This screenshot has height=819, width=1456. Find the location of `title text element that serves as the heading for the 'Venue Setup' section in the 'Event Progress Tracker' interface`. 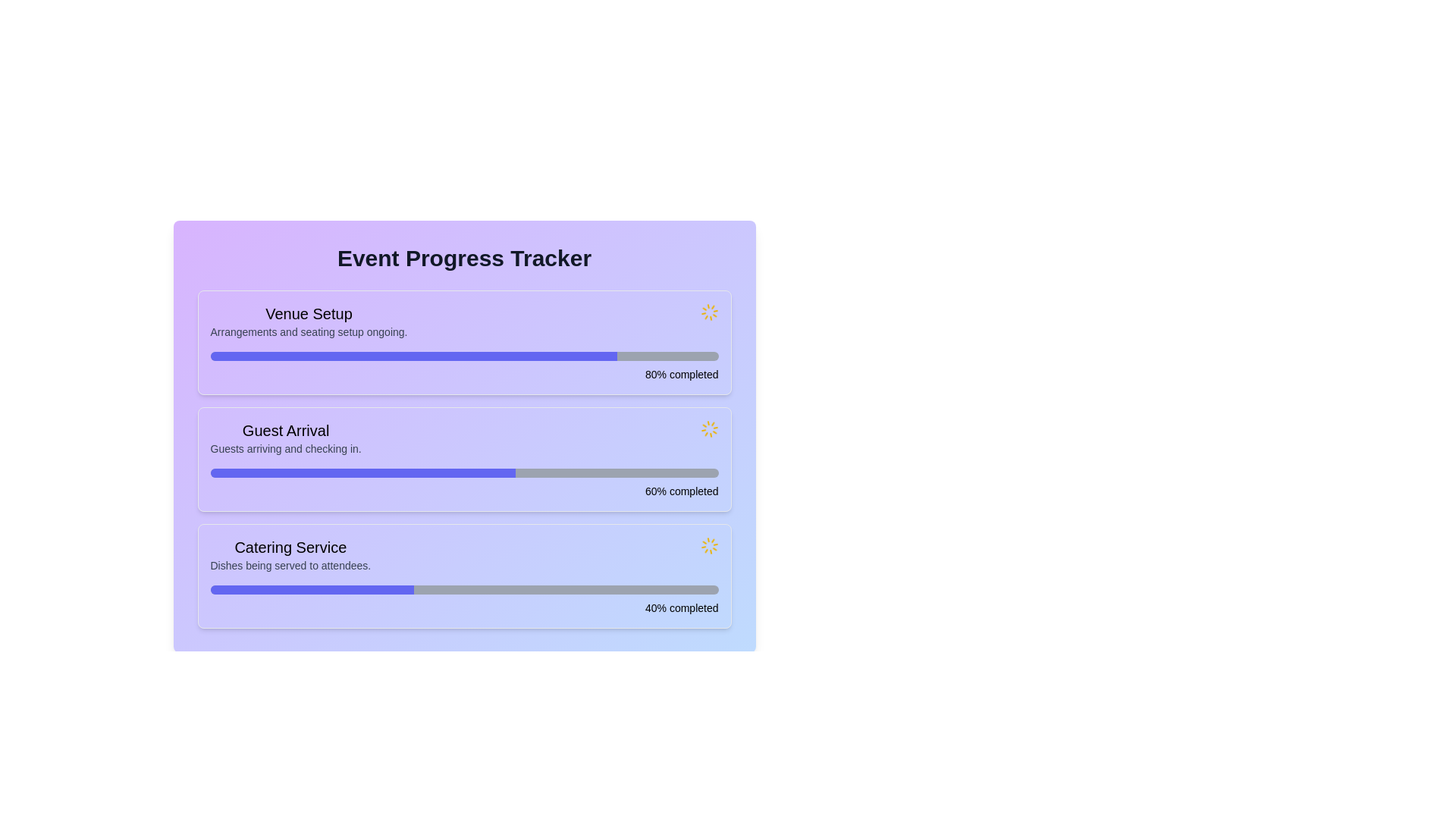

title text element that serves as the heading for the 'Venue Setup' section in the 'Event Progress Tracker' interface is located at coordinates (308, 312).